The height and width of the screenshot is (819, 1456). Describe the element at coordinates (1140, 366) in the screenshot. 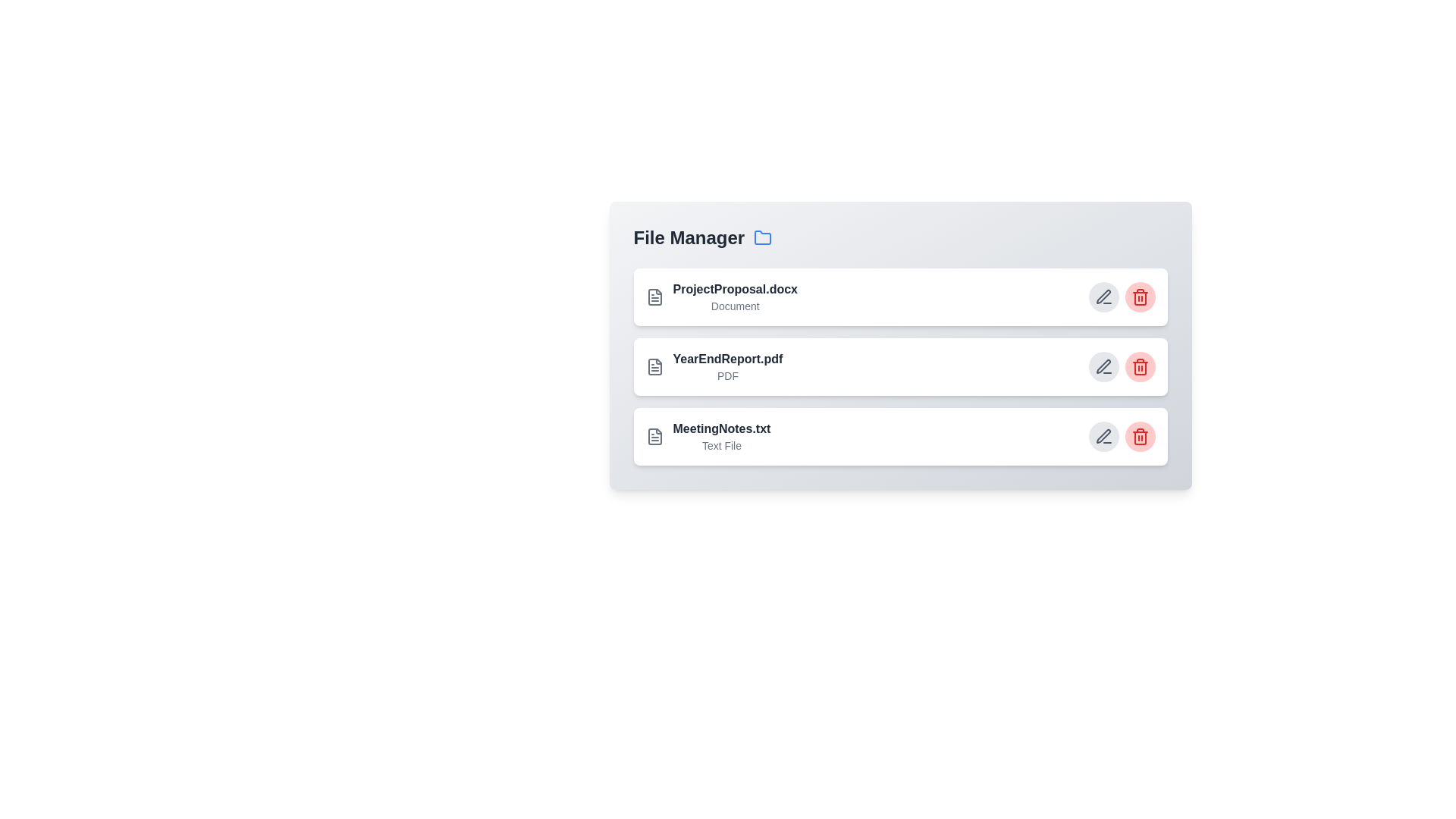

I see `delete button for the file named YearEndReport.pdf` at that location.